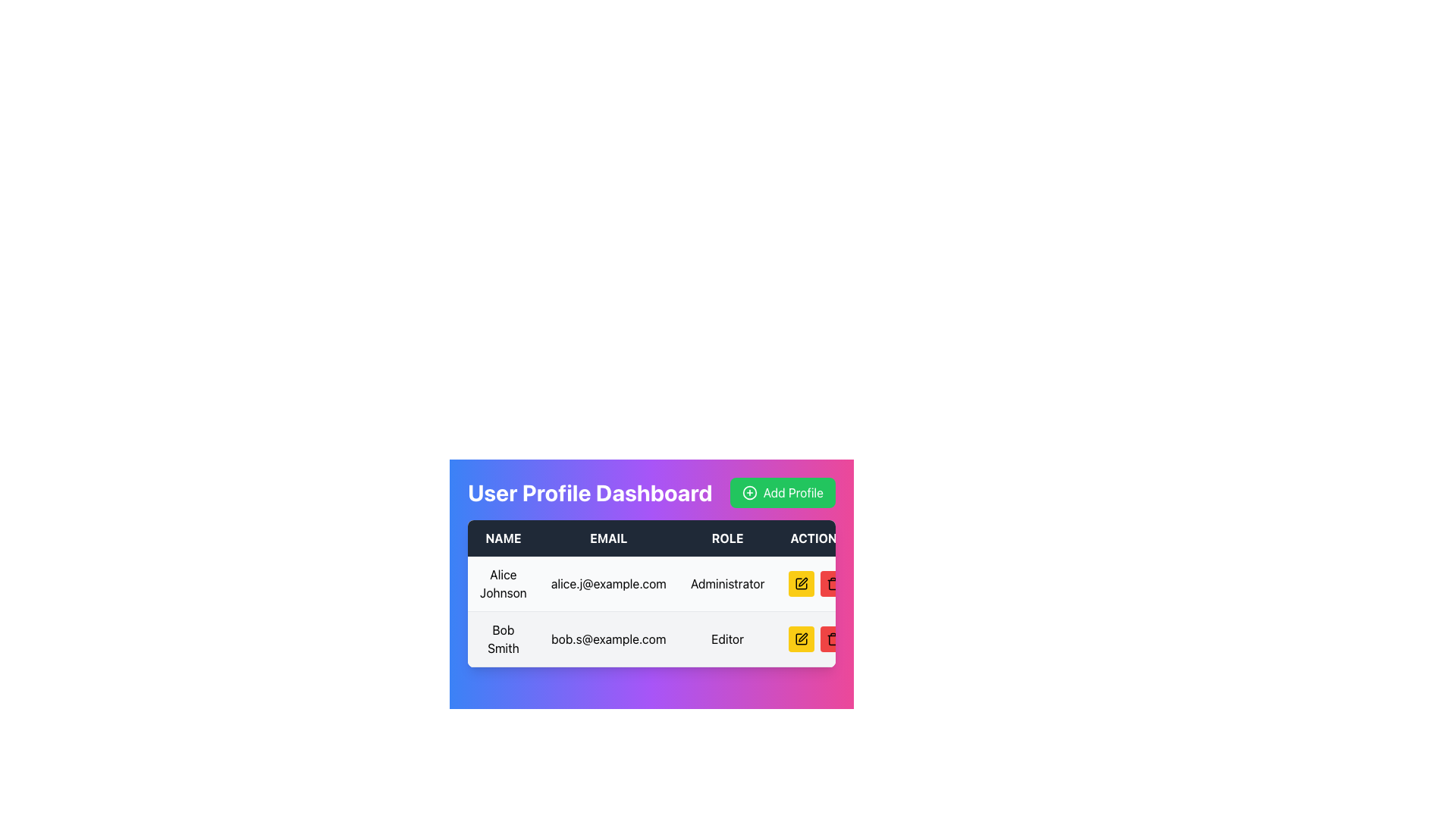 Image resolution: width=1456 pixels, height=819 pixels. I want to click on the text display containing 'Bob Smith', which is located in the second row under the 'NAME' column in a tabular layout, so click(503, 639).